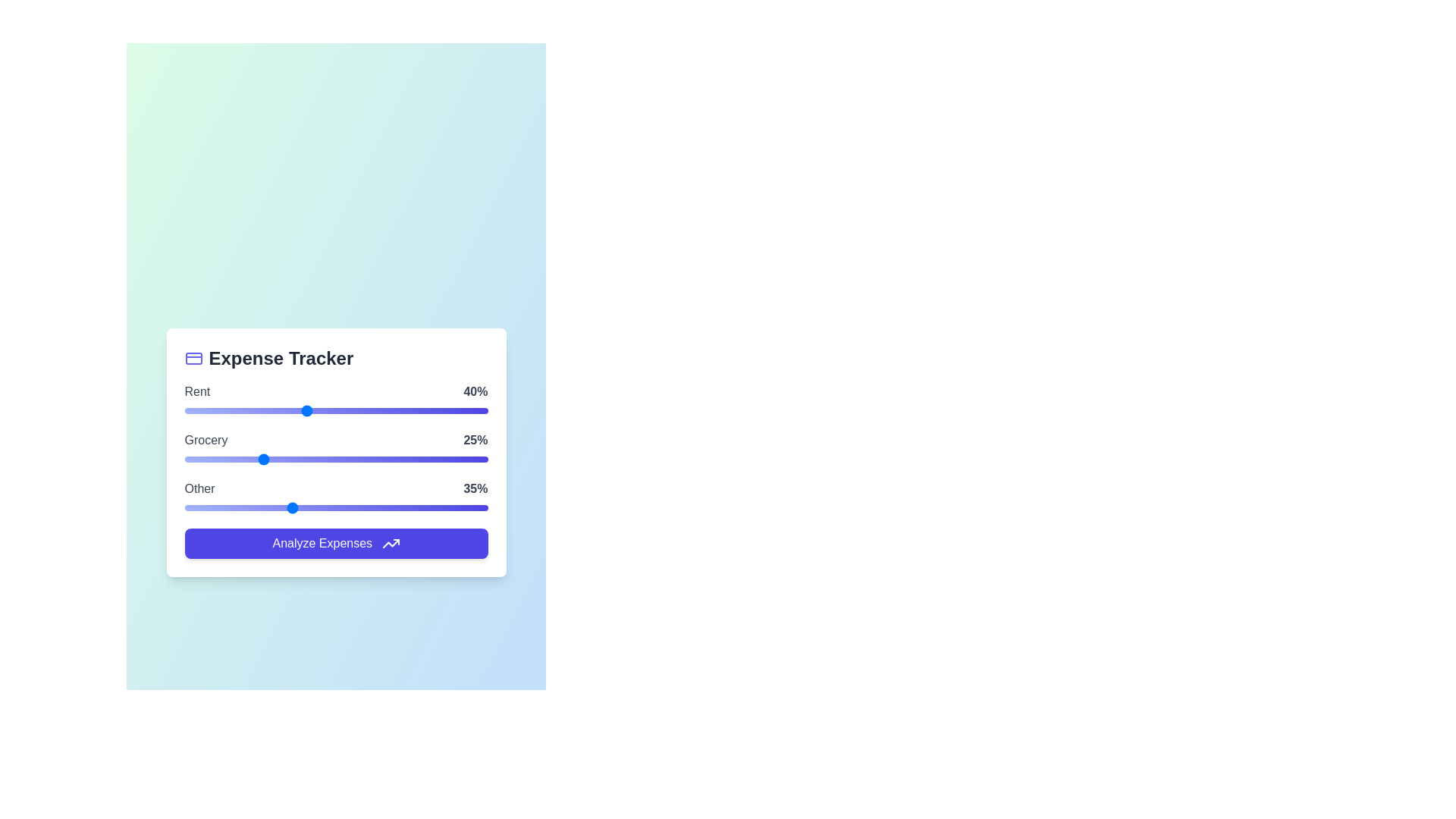 This screenshot has height=819, width=1456. Describe the element at coordinates (284, 410) in the screenshot. I see `the 'Rent' slider to 33%` at that location.